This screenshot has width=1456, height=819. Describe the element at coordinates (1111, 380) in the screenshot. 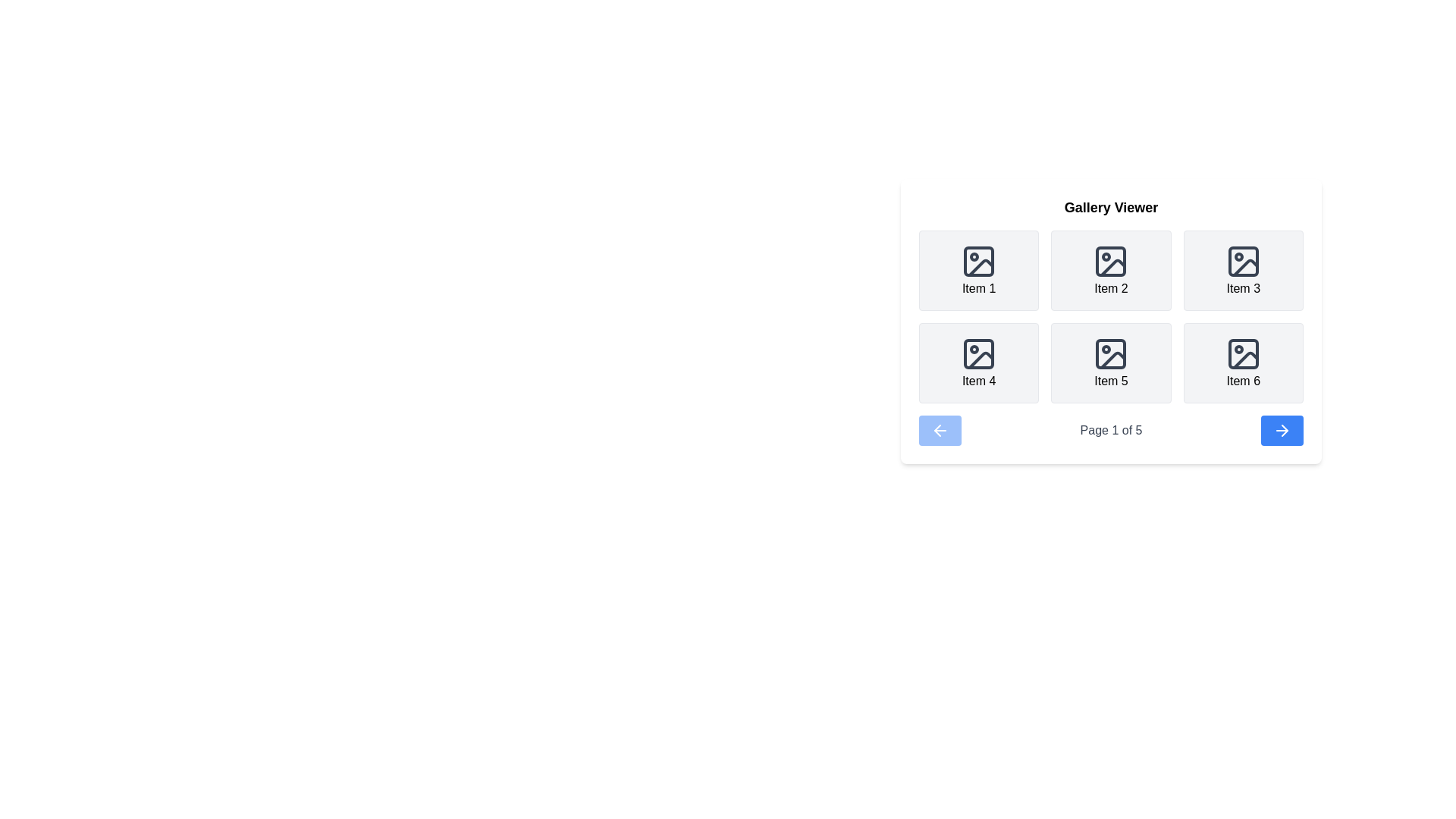

I see `the text label that identifies the fifth item in the grid layout located at the lower-left corner of the bottom row` at that location.